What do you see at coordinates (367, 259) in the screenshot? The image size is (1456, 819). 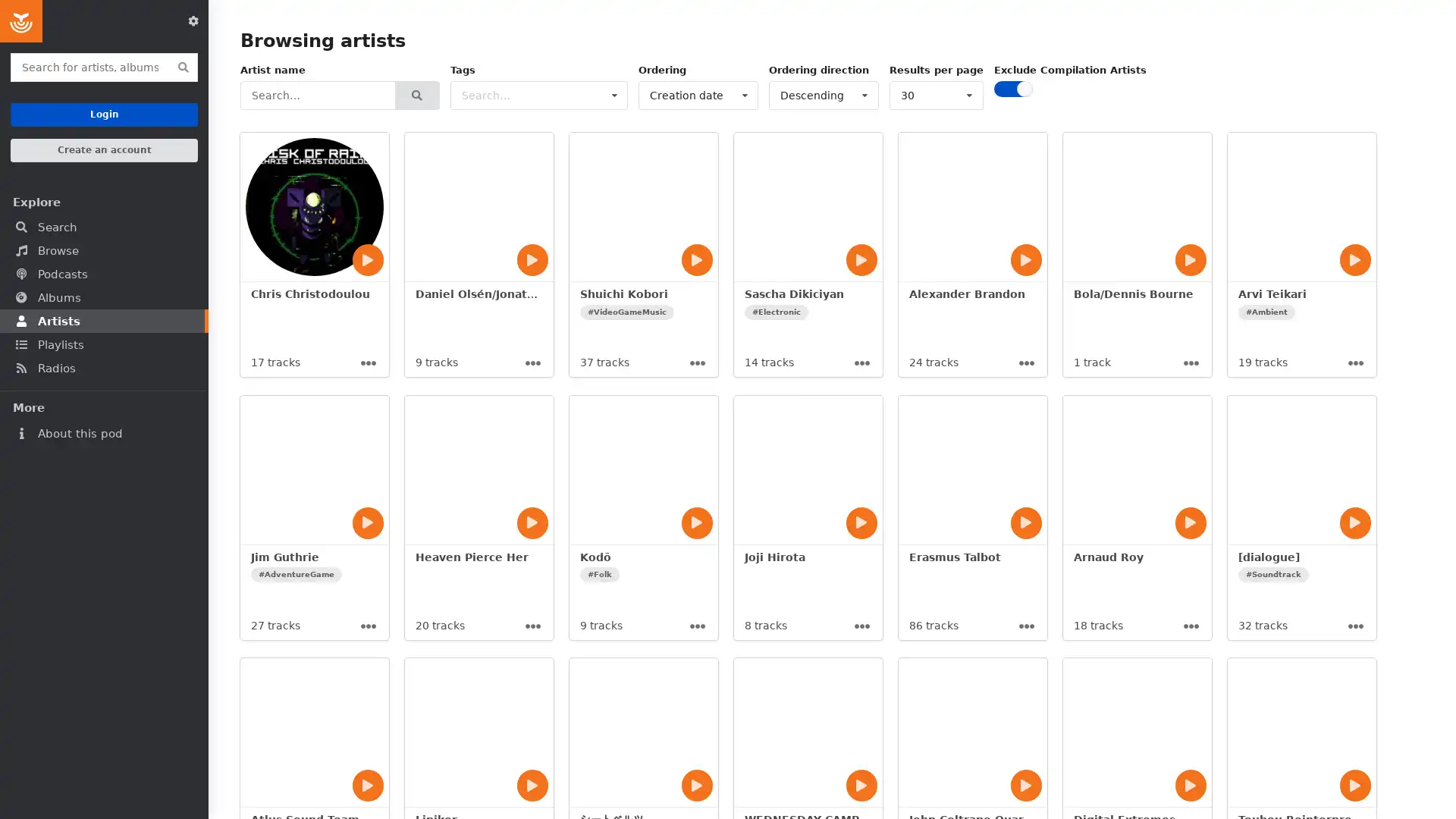 I see `Play artist` at bounding box center [367, 259].